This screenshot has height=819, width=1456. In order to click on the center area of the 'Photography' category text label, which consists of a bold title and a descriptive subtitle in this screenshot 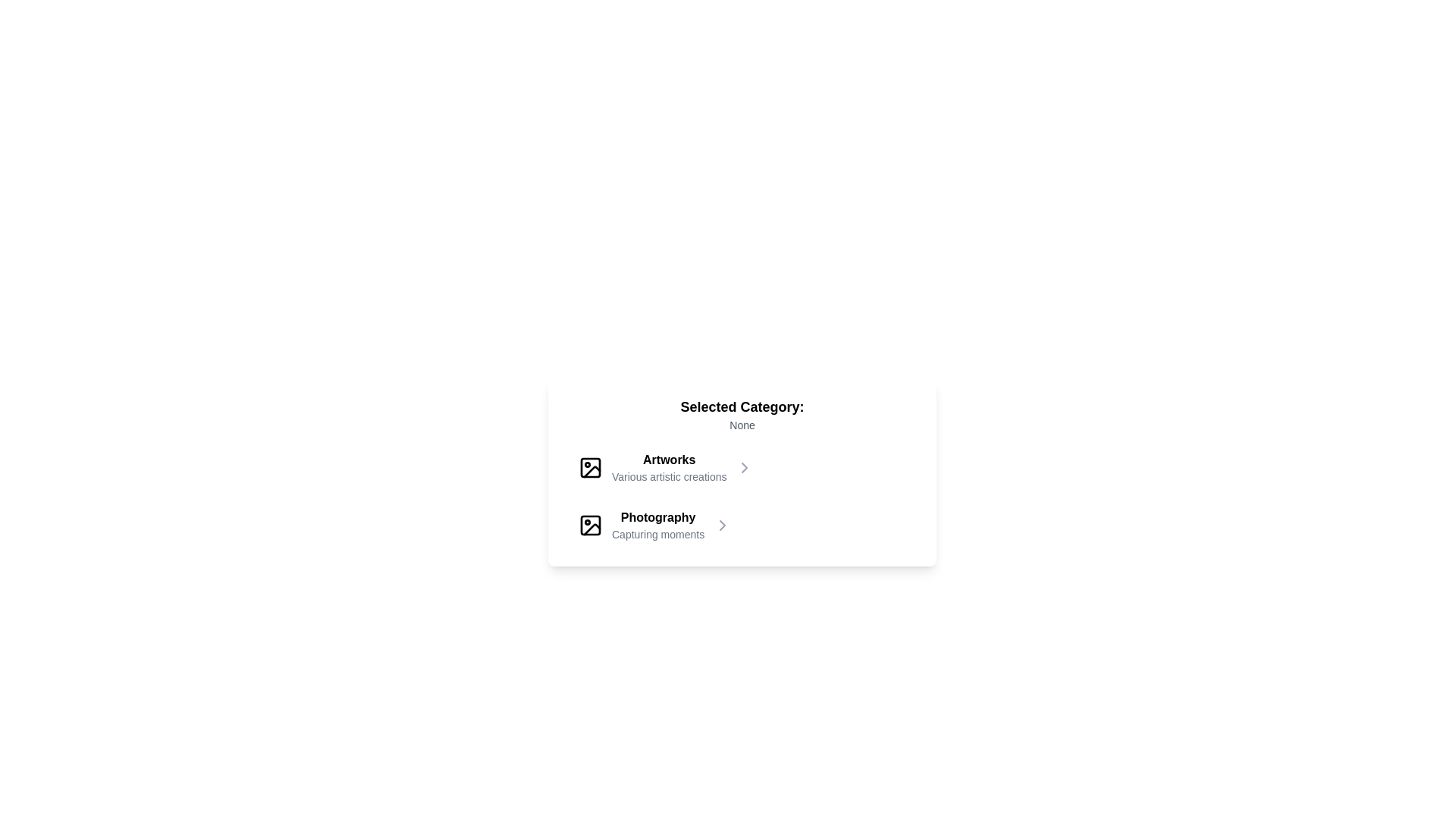, I will do `click(658, 525)`.